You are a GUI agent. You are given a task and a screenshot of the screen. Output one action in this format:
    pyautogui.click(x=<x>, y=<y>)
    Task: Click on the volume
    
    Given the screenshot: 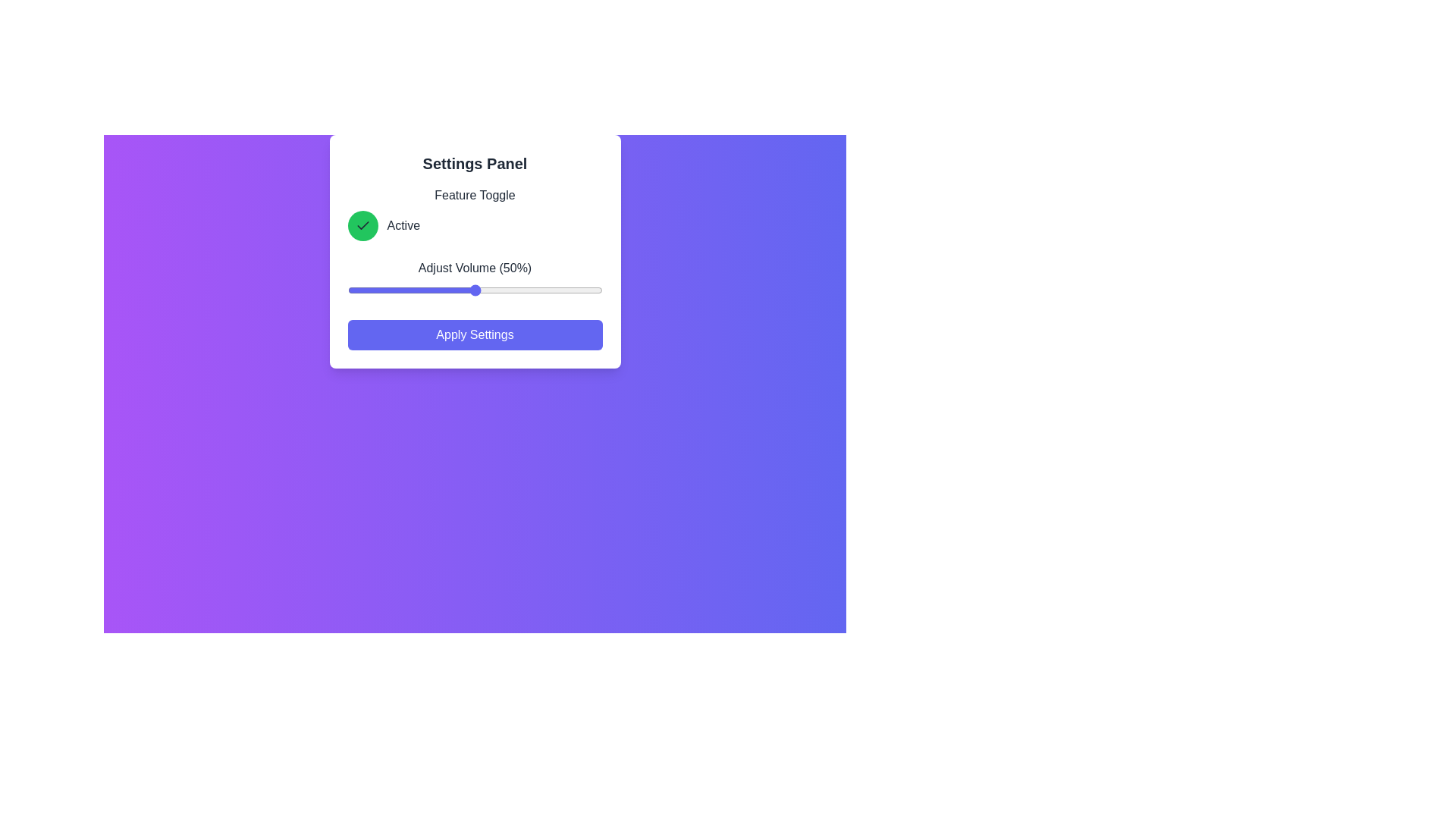 What is the action you would take?
    pyautogui.click(x=362, y=290)
    